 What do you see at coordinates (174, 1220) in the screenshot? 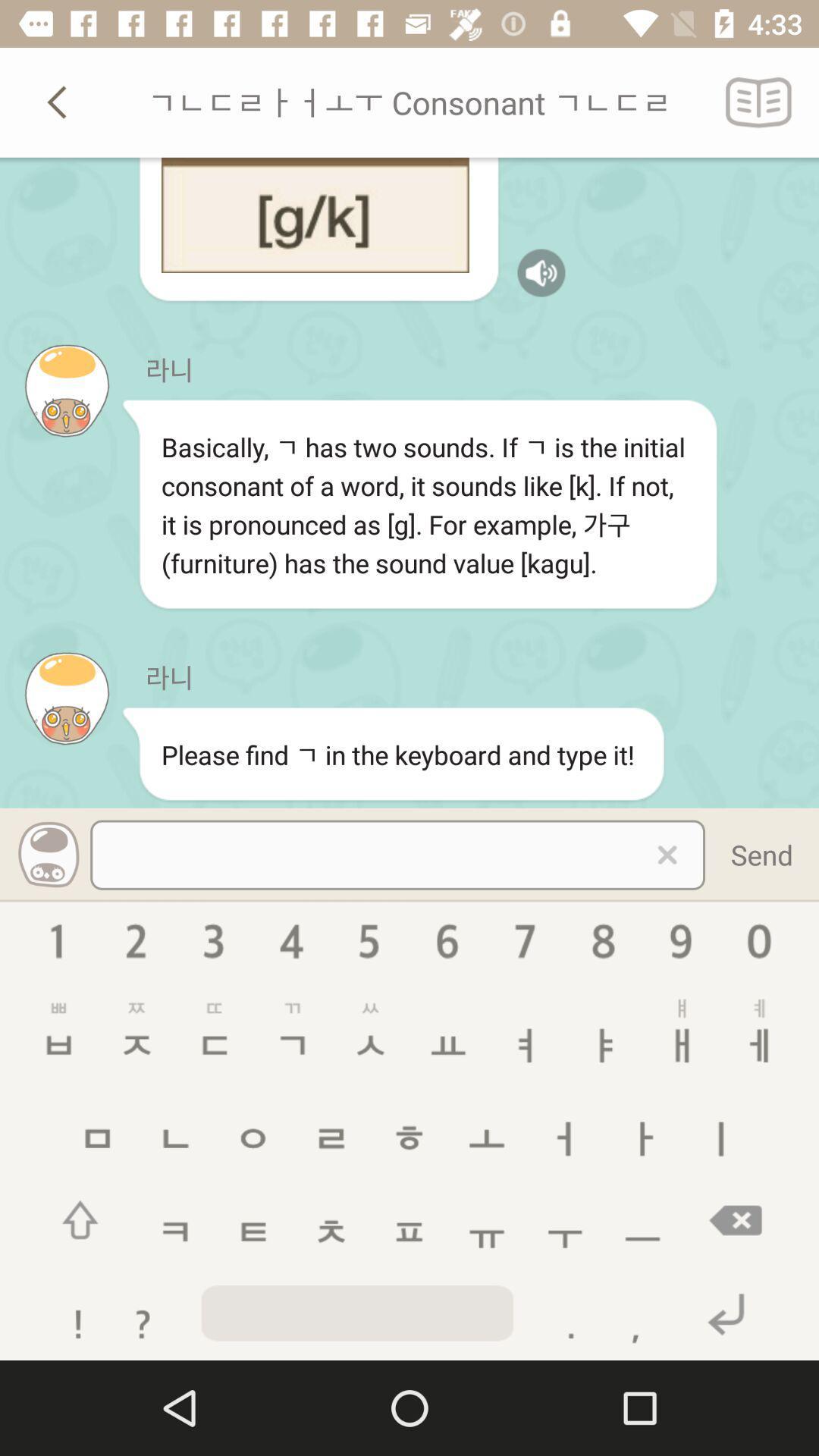
I see `the chat icon` at bounding box center [174, 1220].